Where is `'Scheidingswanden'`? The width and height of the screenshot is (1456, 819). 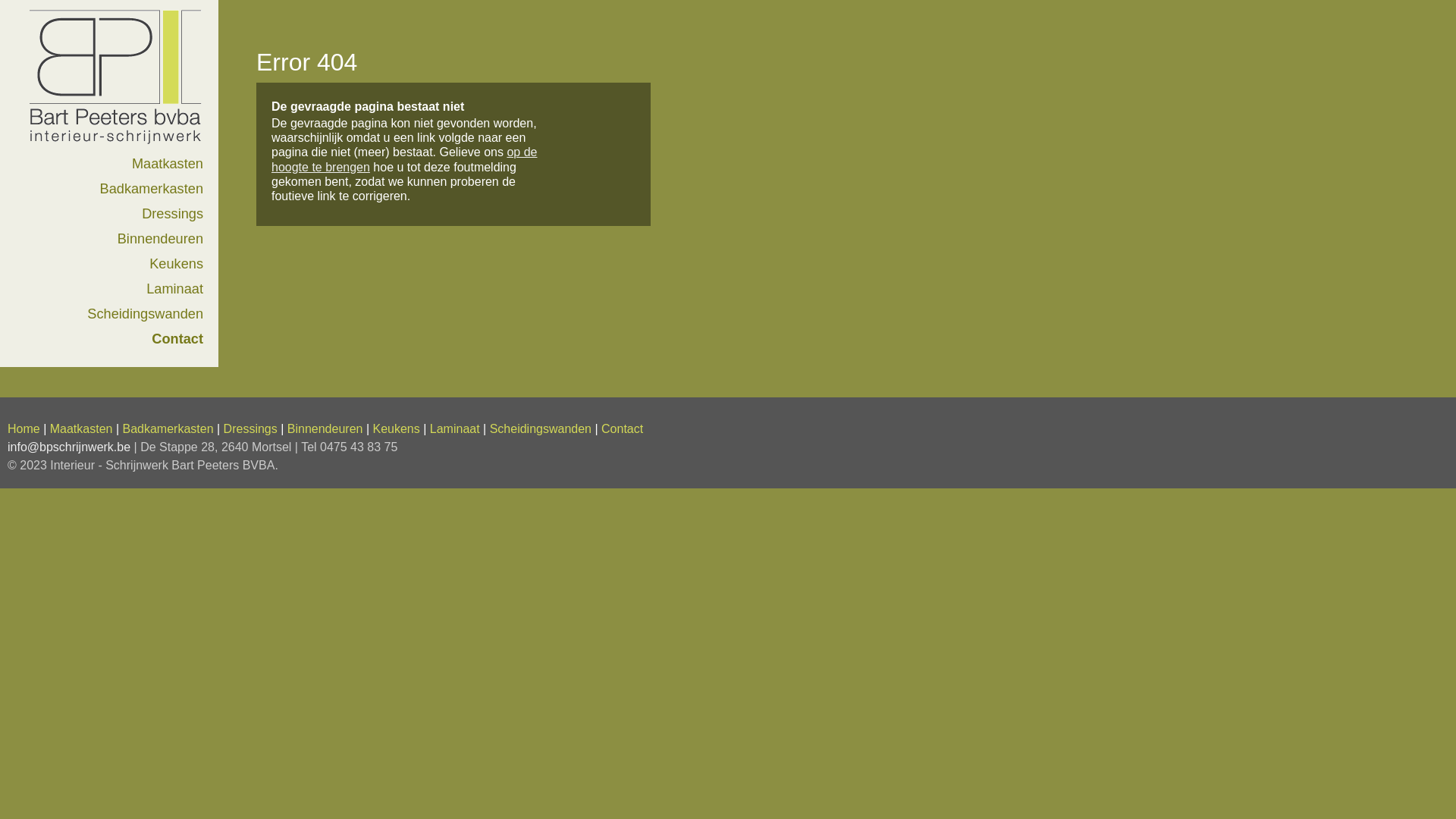
'Scheidingswanden' is located at coordinates (145, 312).